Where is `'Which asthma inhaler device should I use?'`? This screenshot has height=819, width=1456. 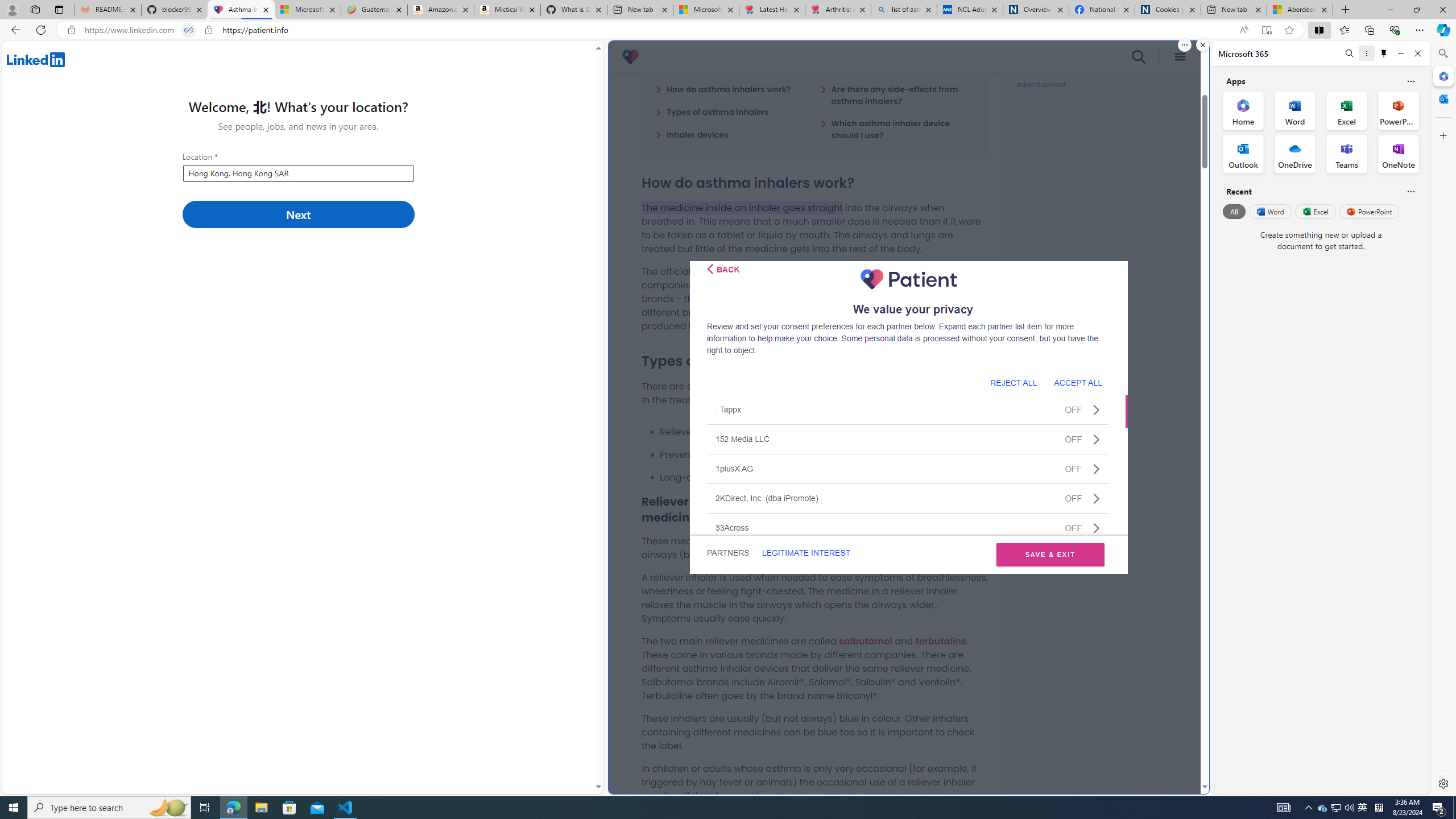
'Which asthma inhaler device should I use?' is located at coordinates (897, 129).